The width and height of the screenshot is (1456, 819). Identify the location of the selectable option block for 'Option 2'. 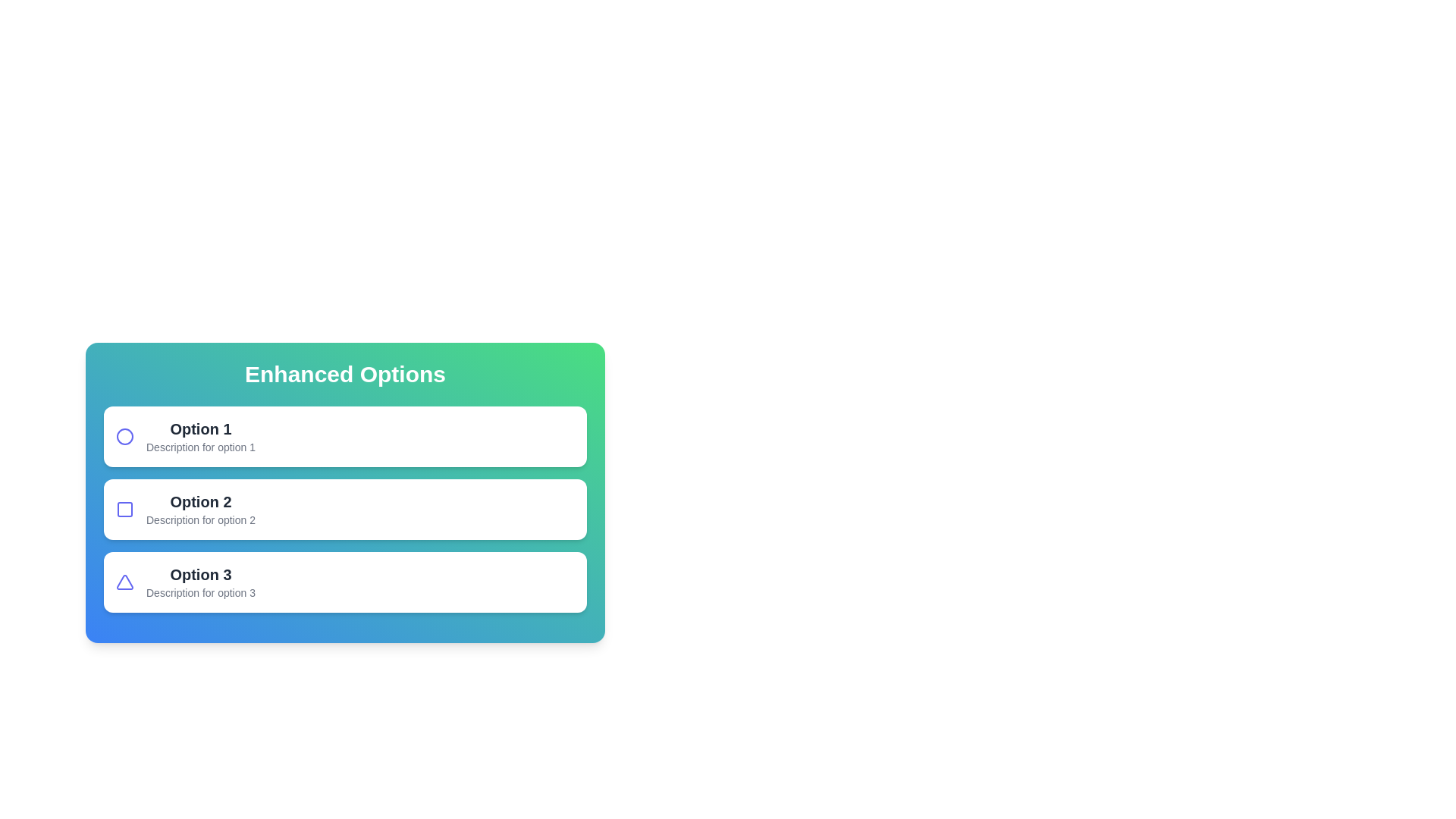
(344, 509).